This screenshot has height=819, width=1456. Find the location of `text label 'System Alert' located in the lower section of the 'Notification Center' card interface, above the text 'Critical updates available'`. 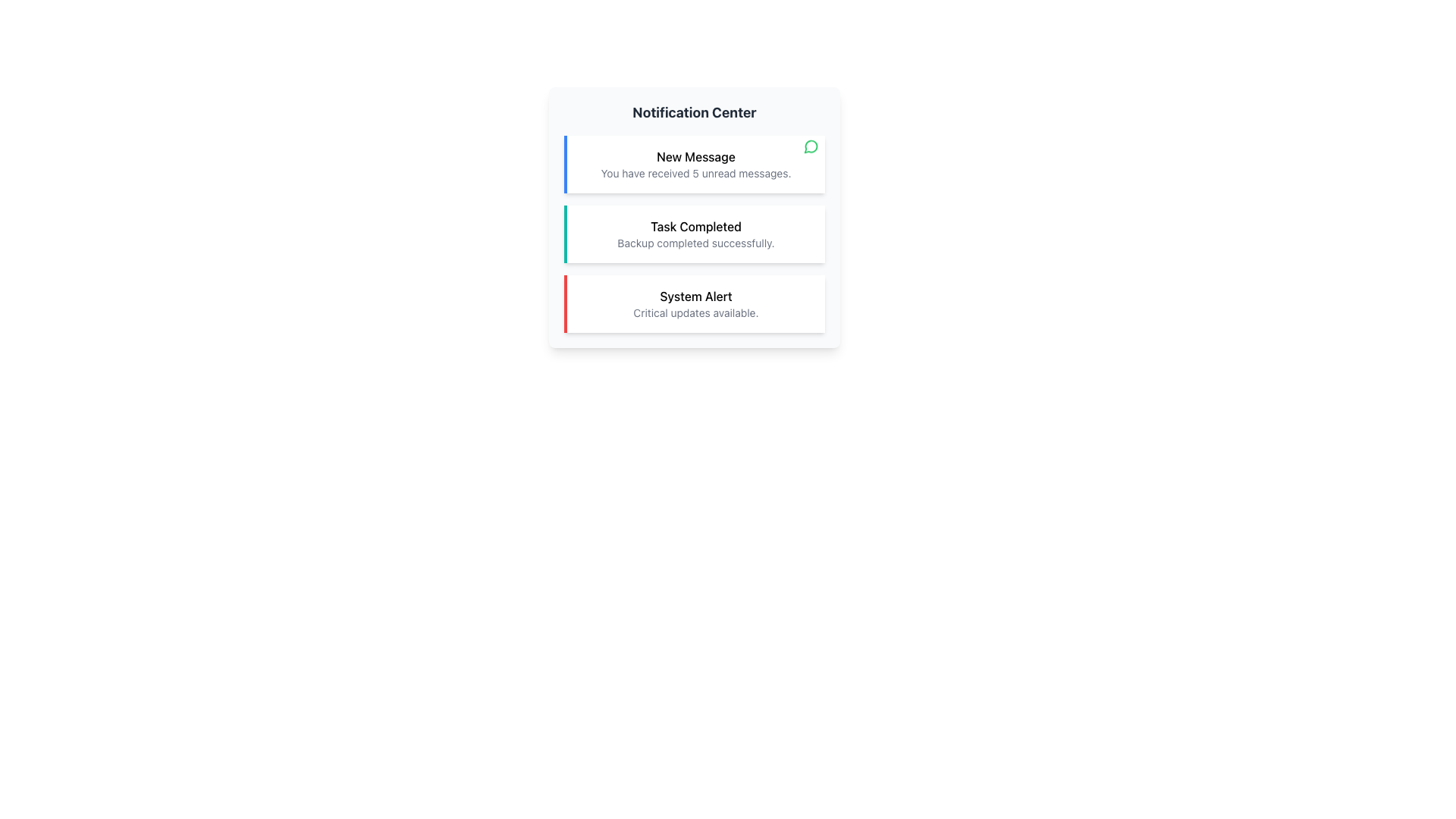

text label 'System Alert' located in the lower section of the 'Notification Center' card interface, above the text 'Critical updates available' is located at coordinates (695, 296).